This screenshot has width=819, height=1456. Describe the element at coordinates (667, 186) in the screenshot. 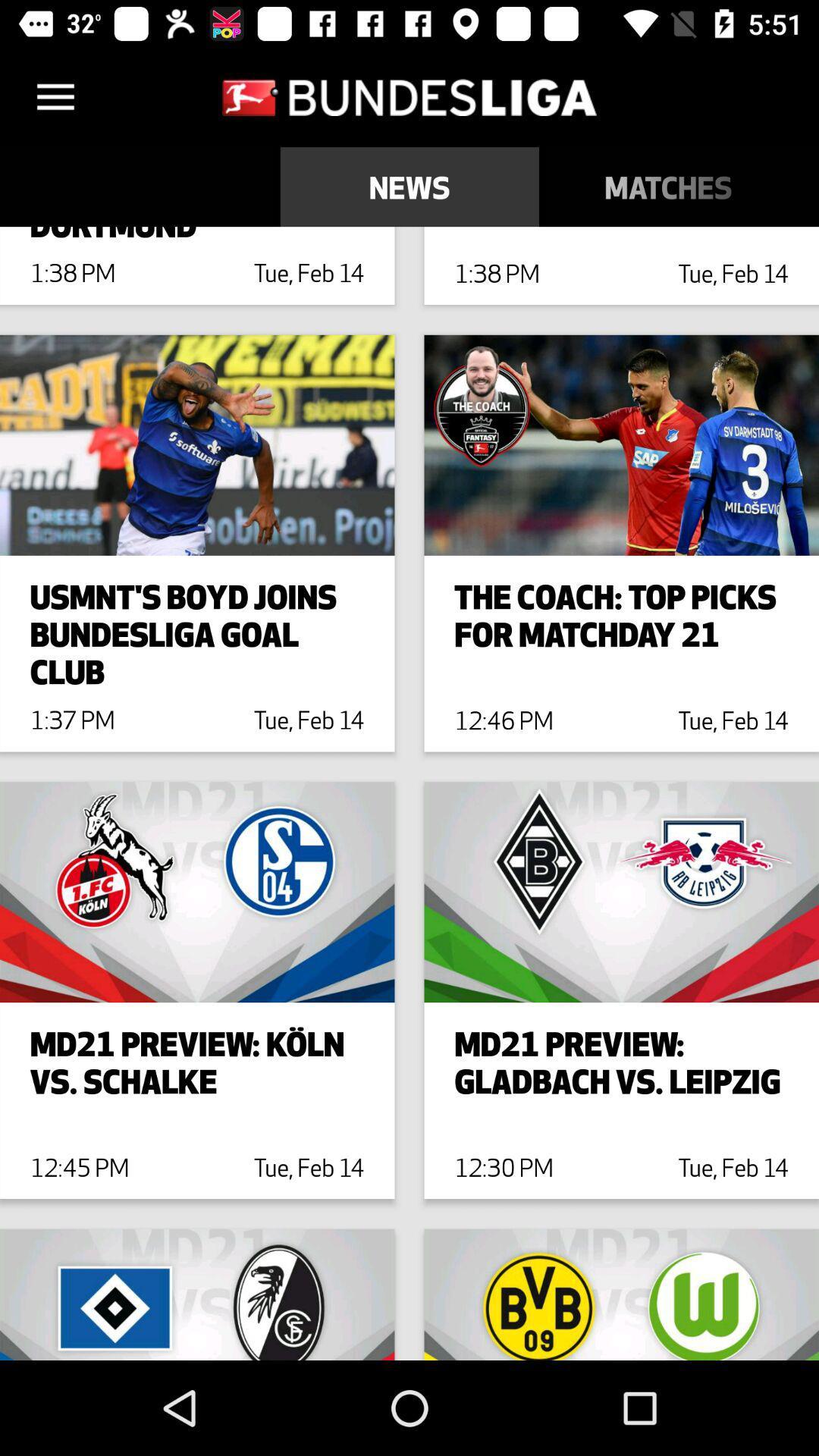

I see `item to the right of news item` at that location.